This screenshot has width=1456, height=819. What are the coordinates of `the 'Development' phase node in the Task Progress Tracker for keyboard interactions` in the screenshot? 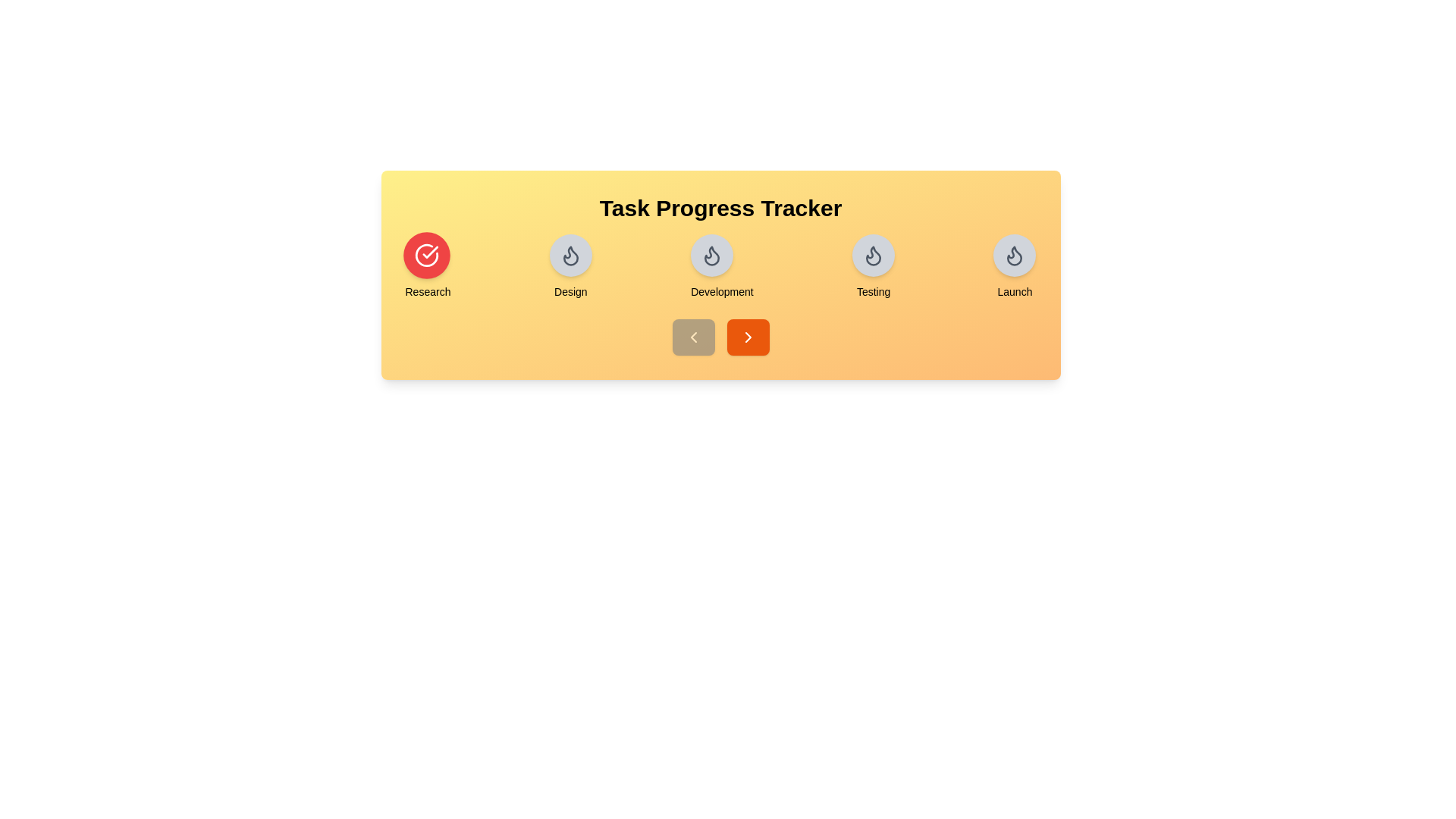 It's located at (720, 267).